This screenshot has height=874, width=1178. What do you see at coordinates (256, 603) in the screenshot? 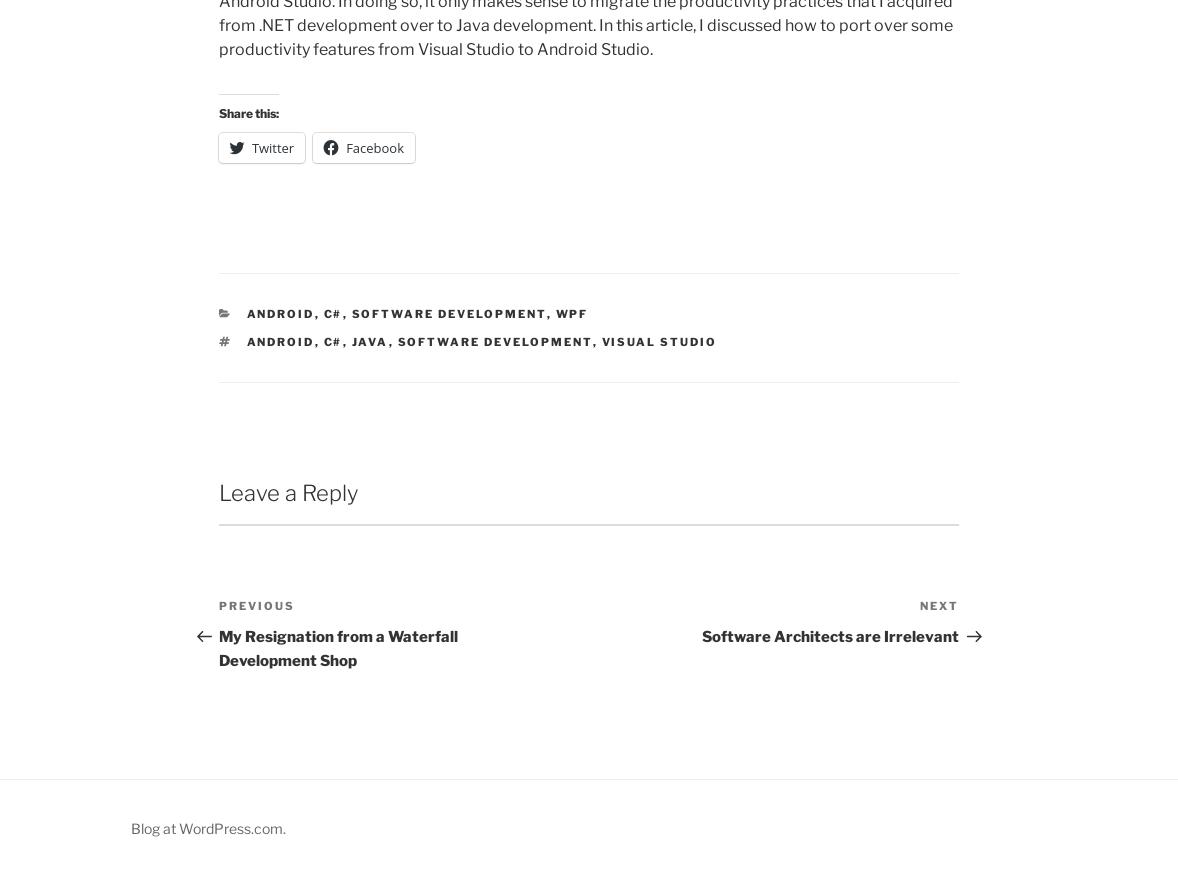
I see `'Previous'` at bounding box center [256, 603].